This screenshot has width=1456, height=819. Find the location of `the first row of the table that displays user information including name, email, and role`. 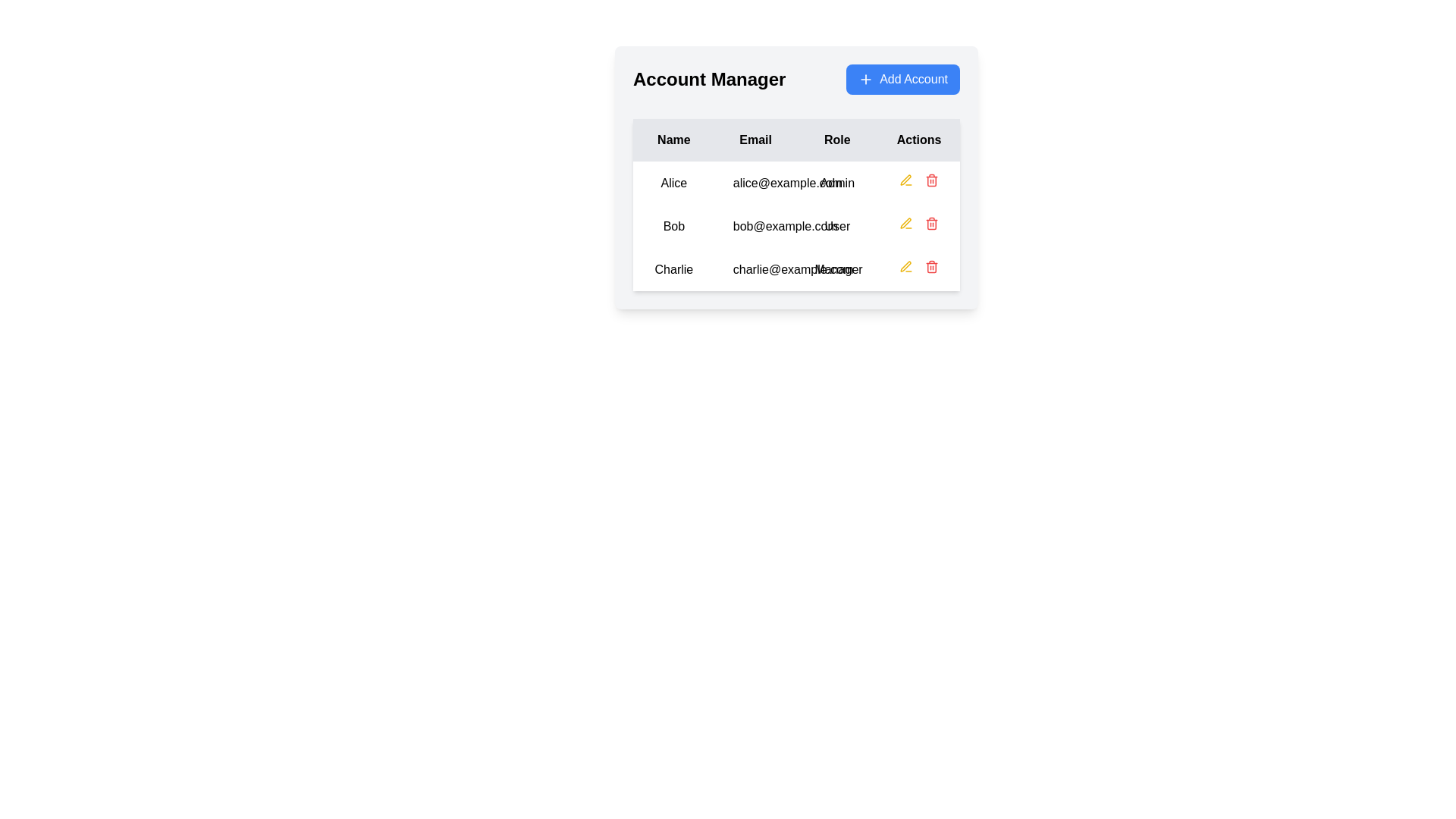

the first row of the table that displays user information including name, email, and role is located at coordinates (795, 182).